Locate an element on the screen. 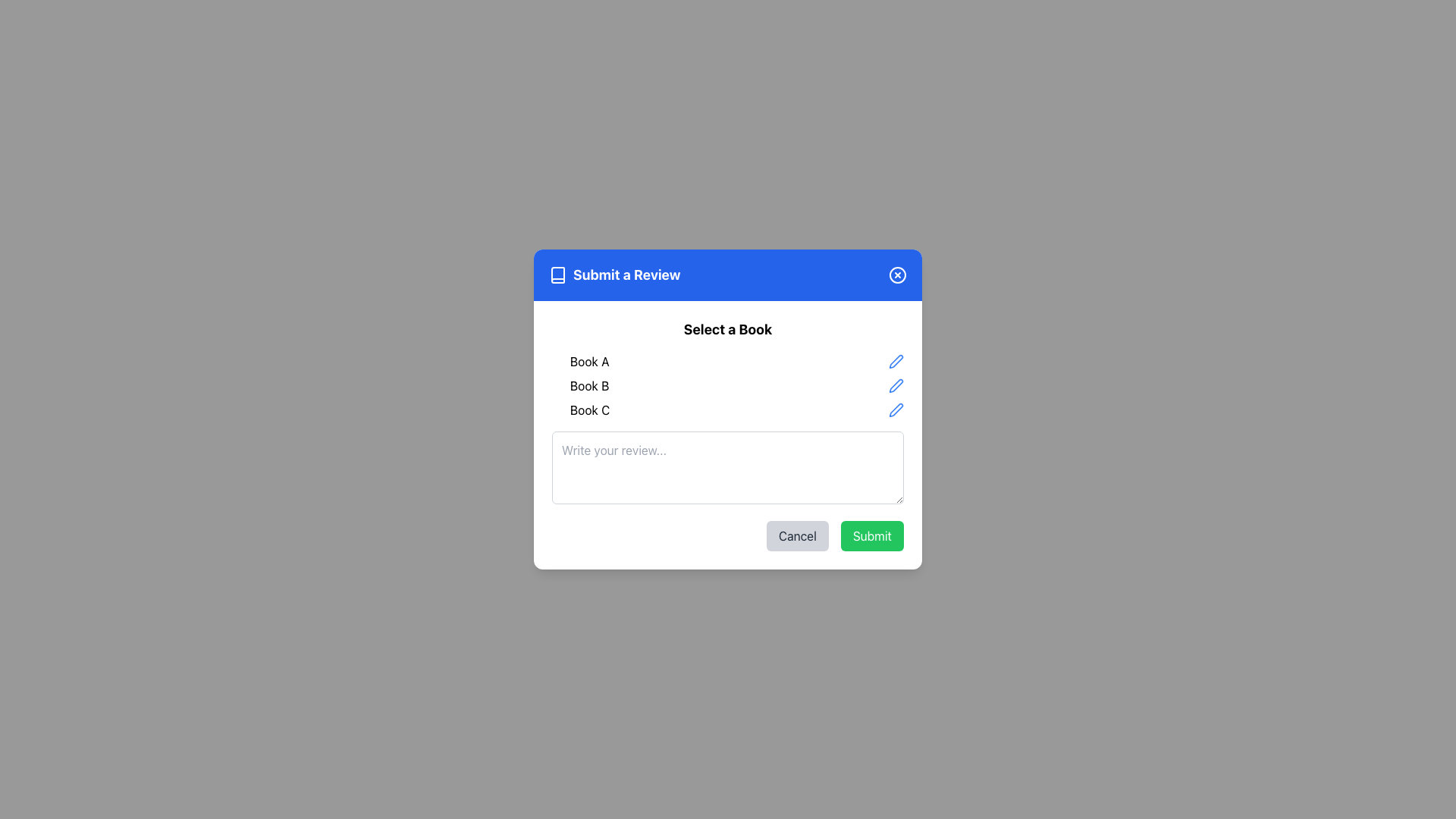 The image size is (1456, 819). the decorative SVG Circle located at the top-right corner of the dialog box's header area, adjacent to the right edge is located at coordinates (898, 275).